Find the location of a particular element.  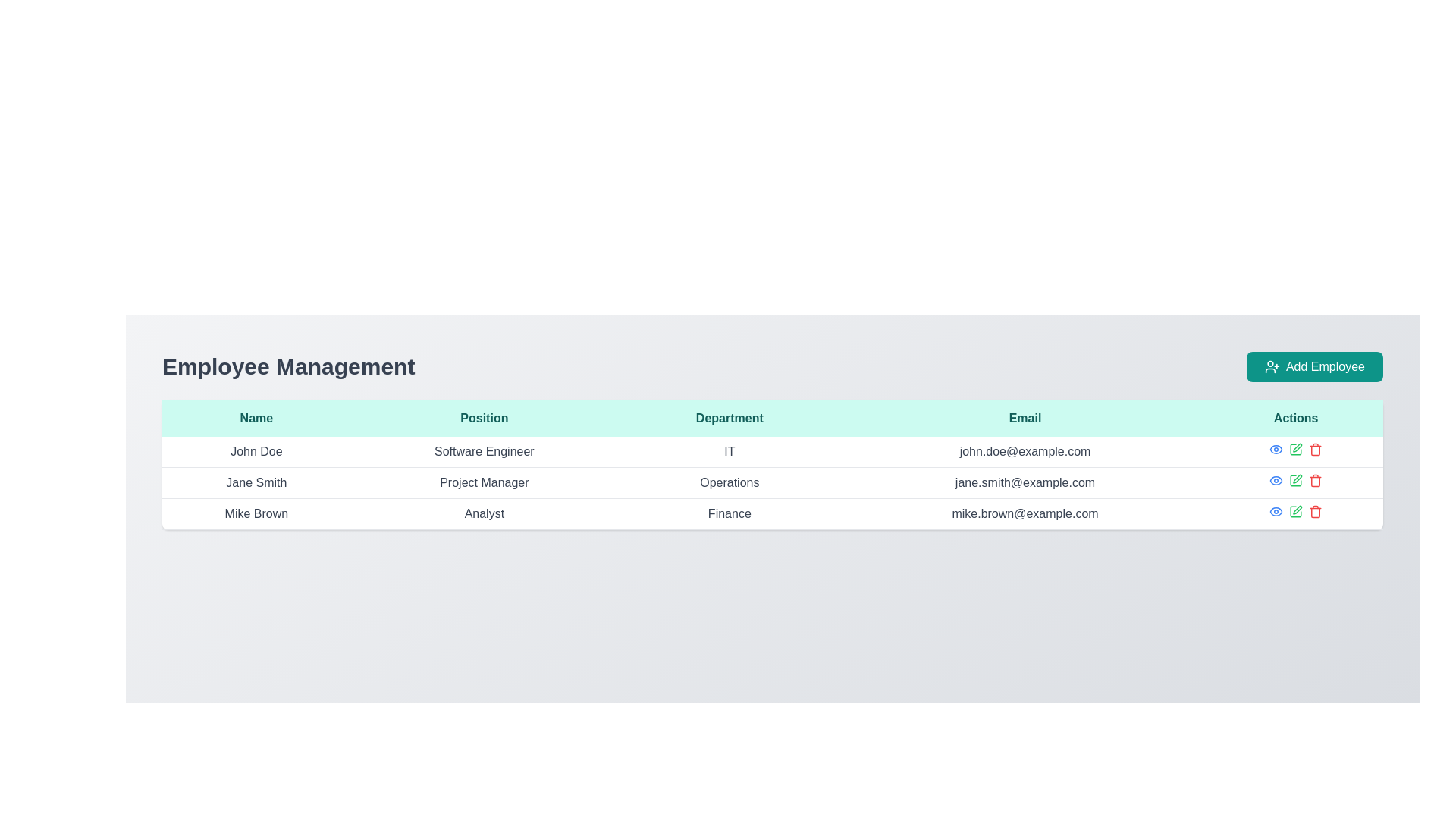

the delete button in the 'Actions' column for the employee 'Mike Brown' is located at coordinates (1314, 449).